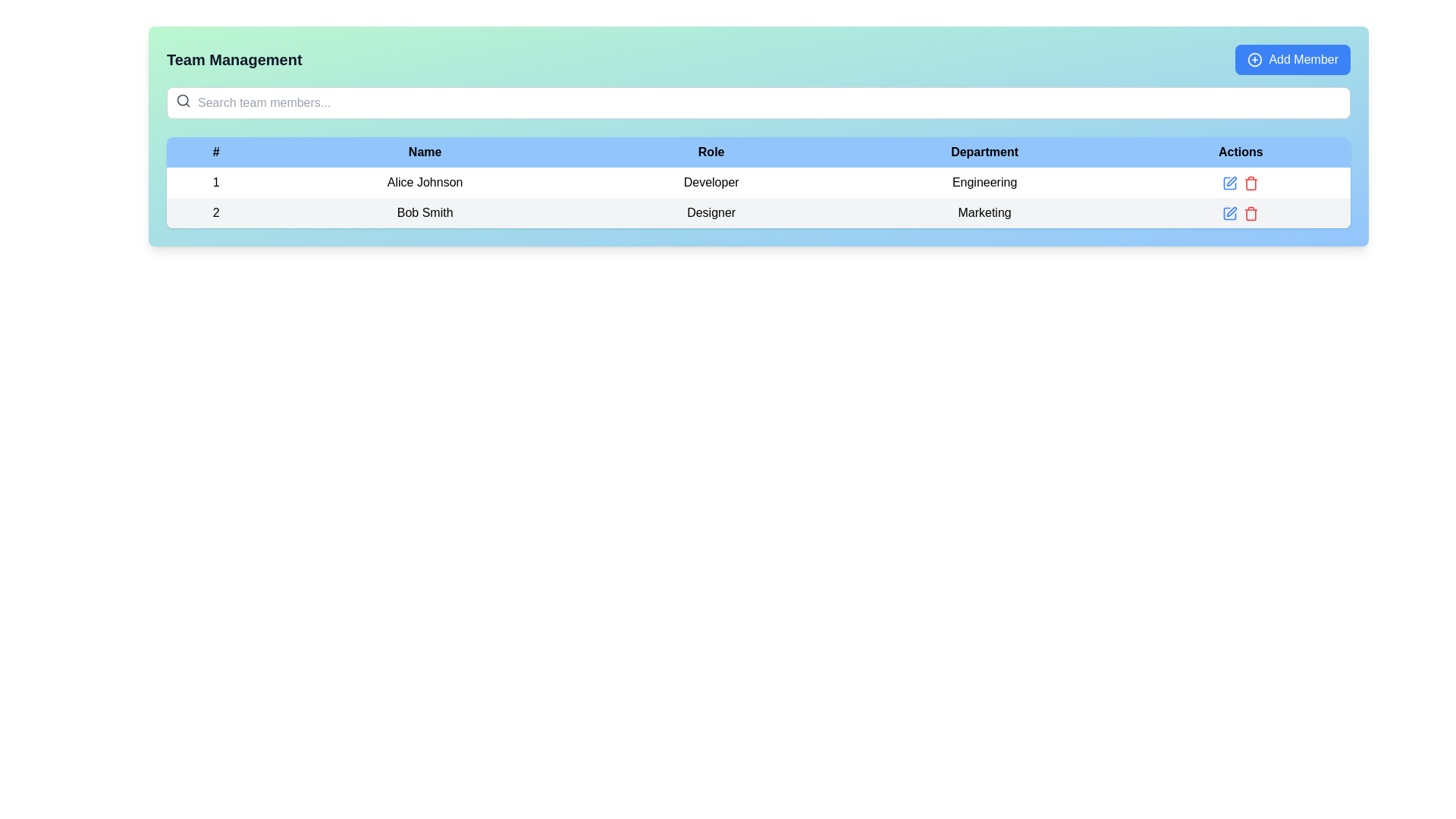 The image size is (1456, 819). What do you see at coordinates (425, 181) in the screenshot?
I see `the text label displaying 'Alice Johnson' in black text, located in the table row aligned with 'Developer' and 'Engineering'` at bounding box center [425, 181].